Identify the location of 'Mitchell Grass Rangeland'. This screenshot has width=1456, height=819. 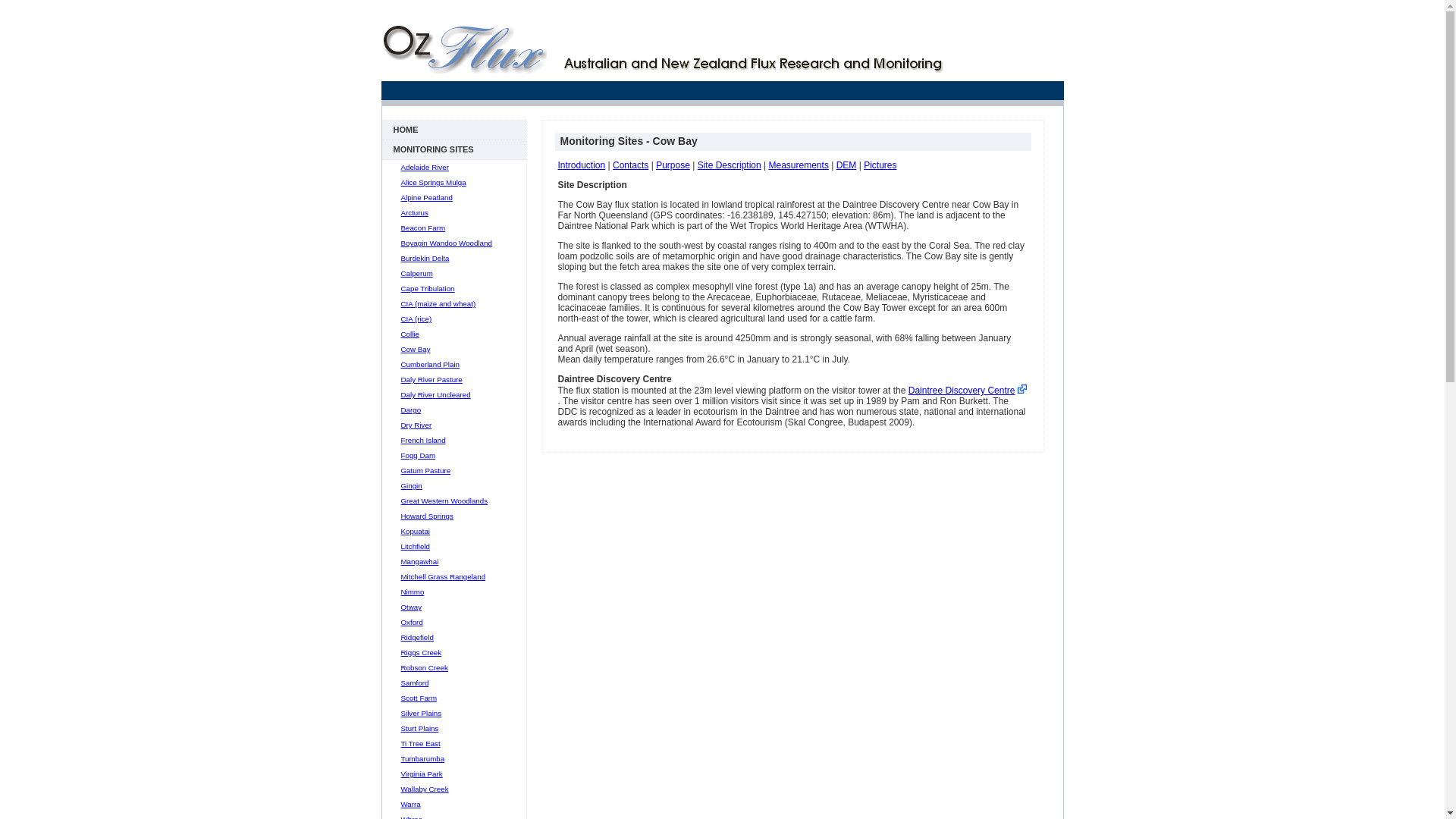
(400, 576).